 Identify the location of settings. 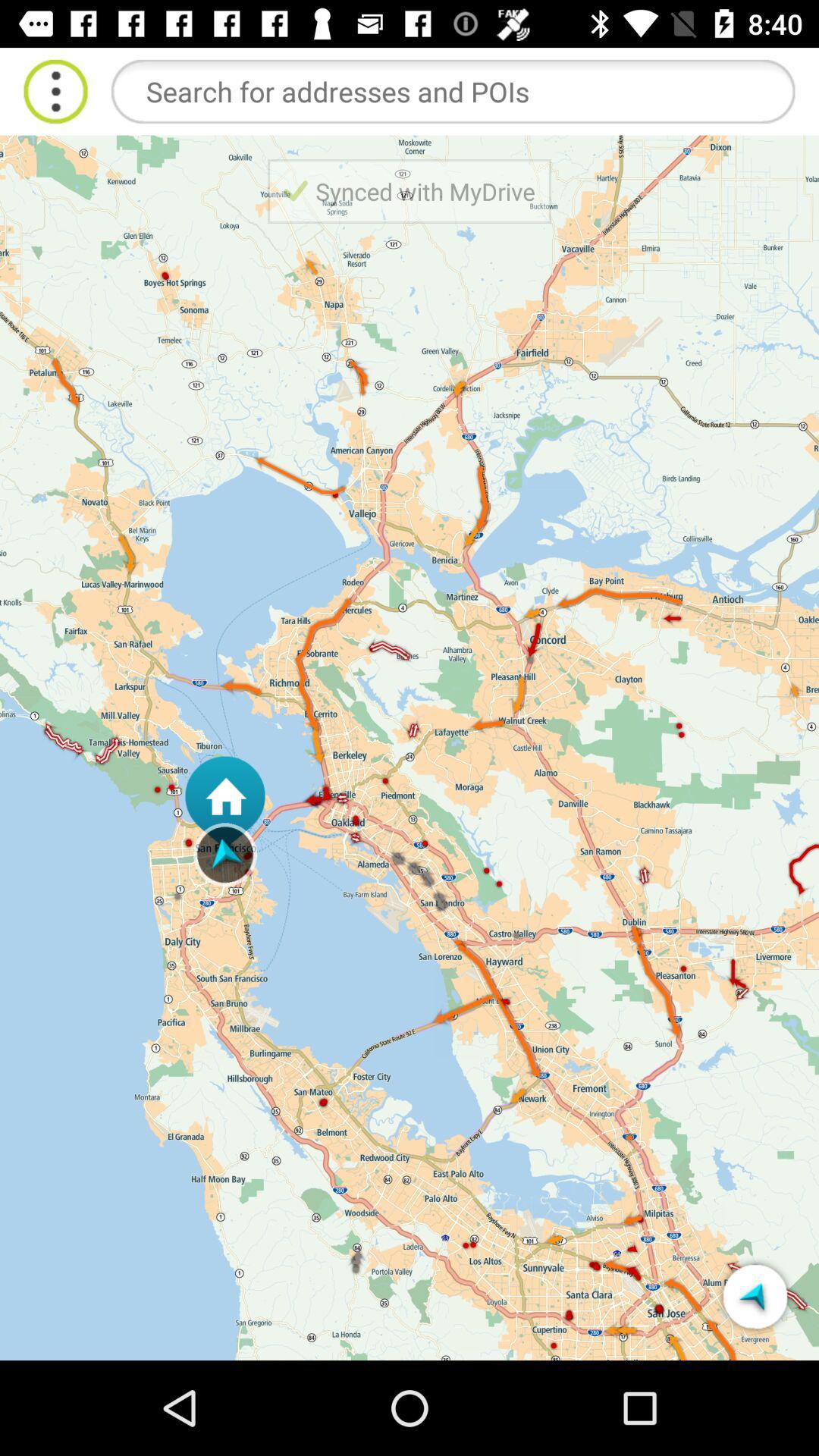
(55, 90).